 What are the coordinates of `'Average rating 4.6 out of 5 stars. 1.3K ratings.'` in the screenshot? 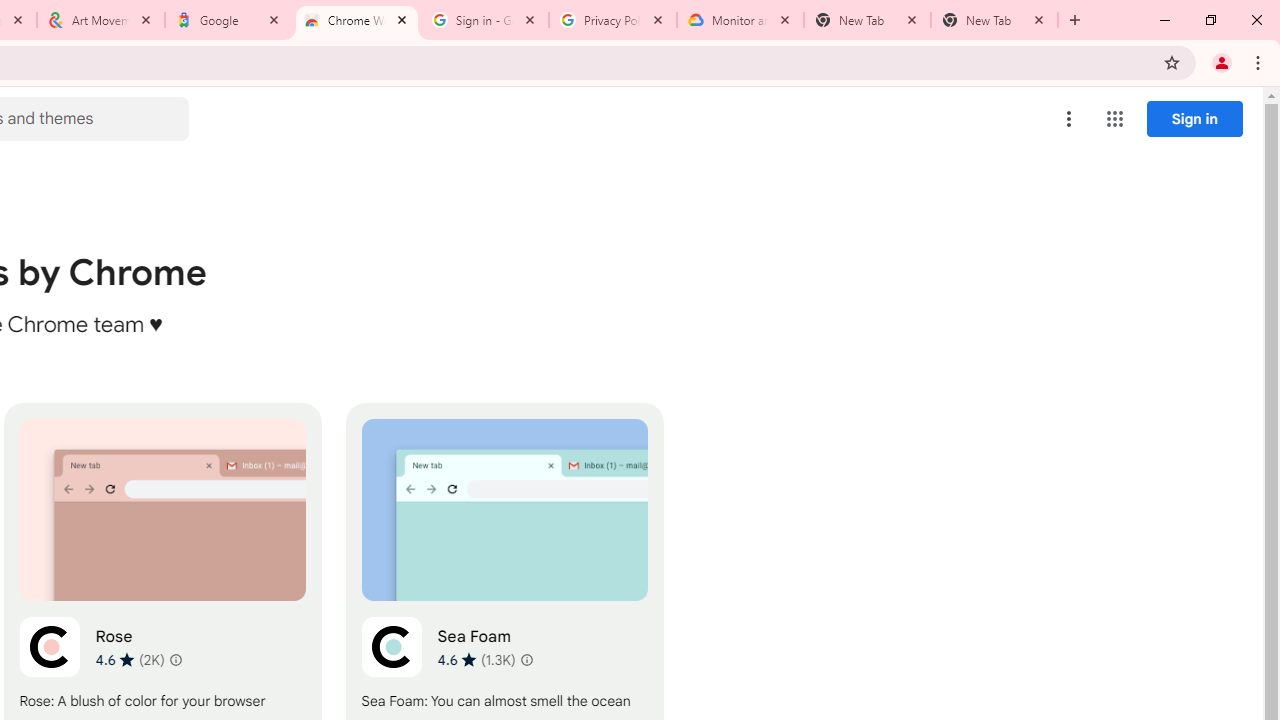 It's located at (475, 659).